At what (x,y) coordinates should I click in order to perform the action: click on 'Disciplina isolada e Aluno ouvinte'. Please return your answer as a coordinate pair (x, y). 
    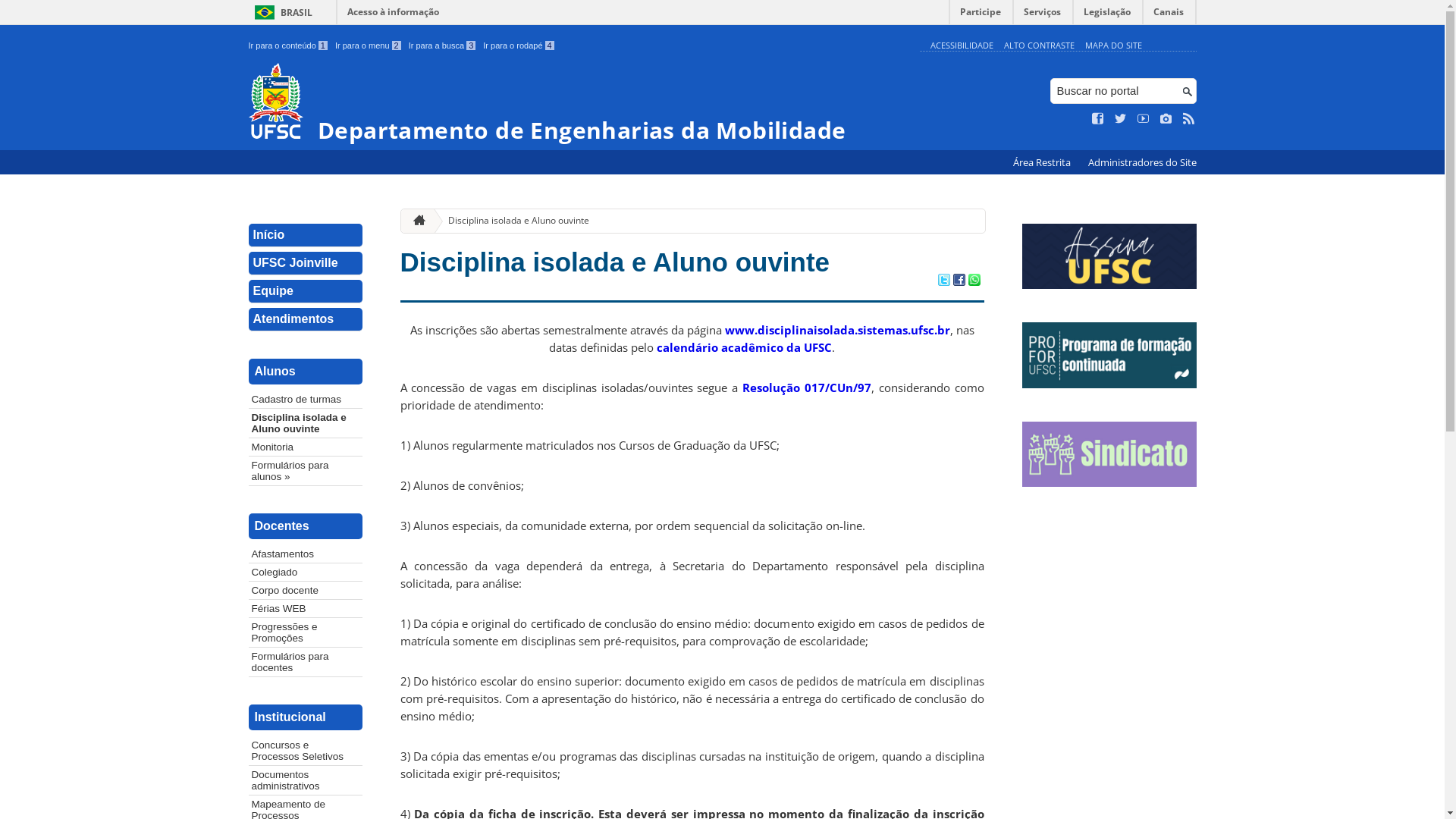
    Looking at the image, I should click on (305, 423).